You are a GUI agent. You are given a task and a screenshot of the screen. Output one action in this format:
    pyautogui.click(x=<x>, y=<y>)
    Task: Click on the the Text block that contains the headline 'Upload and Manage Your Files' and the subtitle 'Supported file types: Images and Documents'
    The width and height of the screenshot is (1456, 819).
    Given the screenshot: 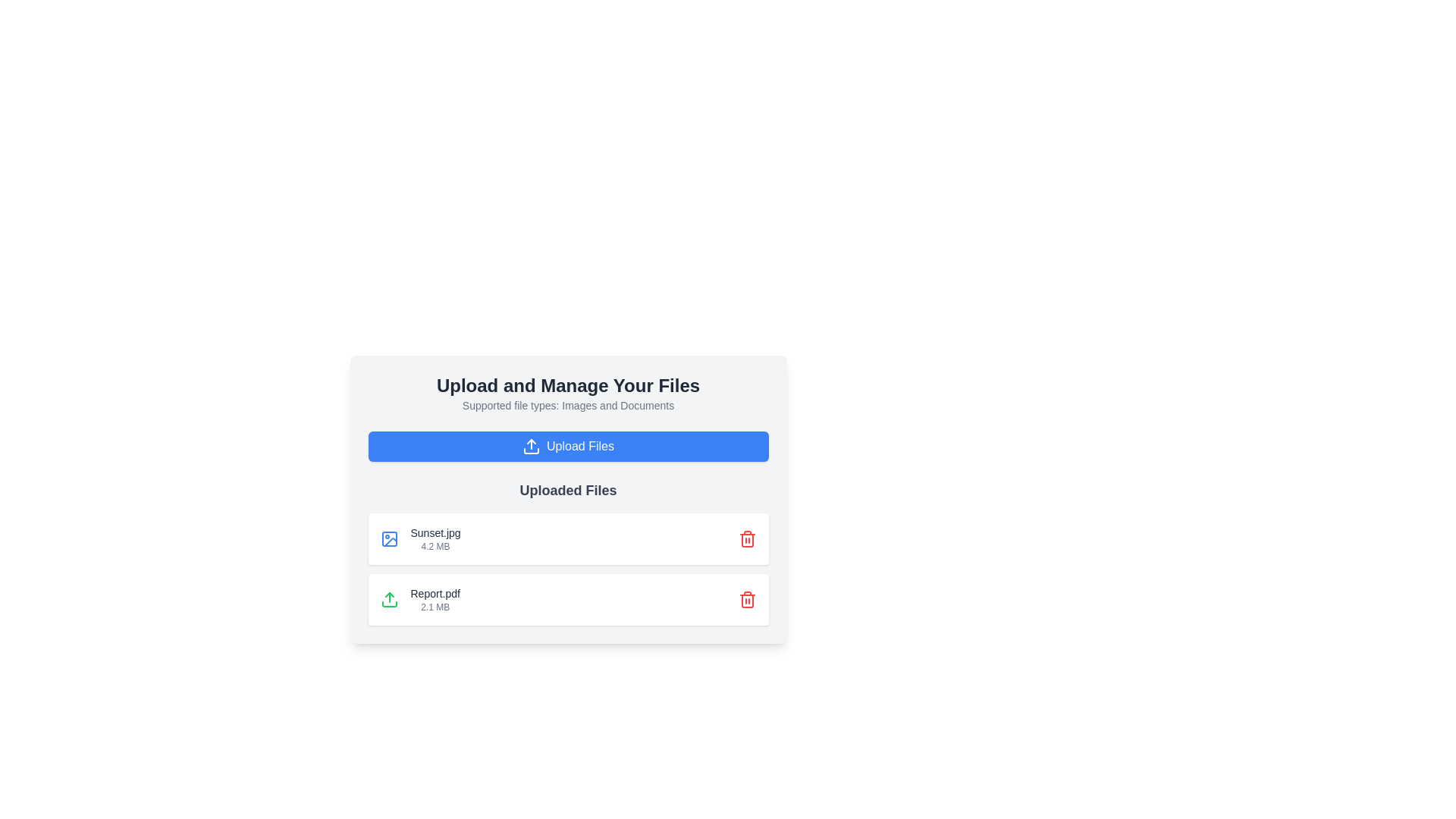 What is the action you would take?
    pyautogui.click(x=567, y=393)
    